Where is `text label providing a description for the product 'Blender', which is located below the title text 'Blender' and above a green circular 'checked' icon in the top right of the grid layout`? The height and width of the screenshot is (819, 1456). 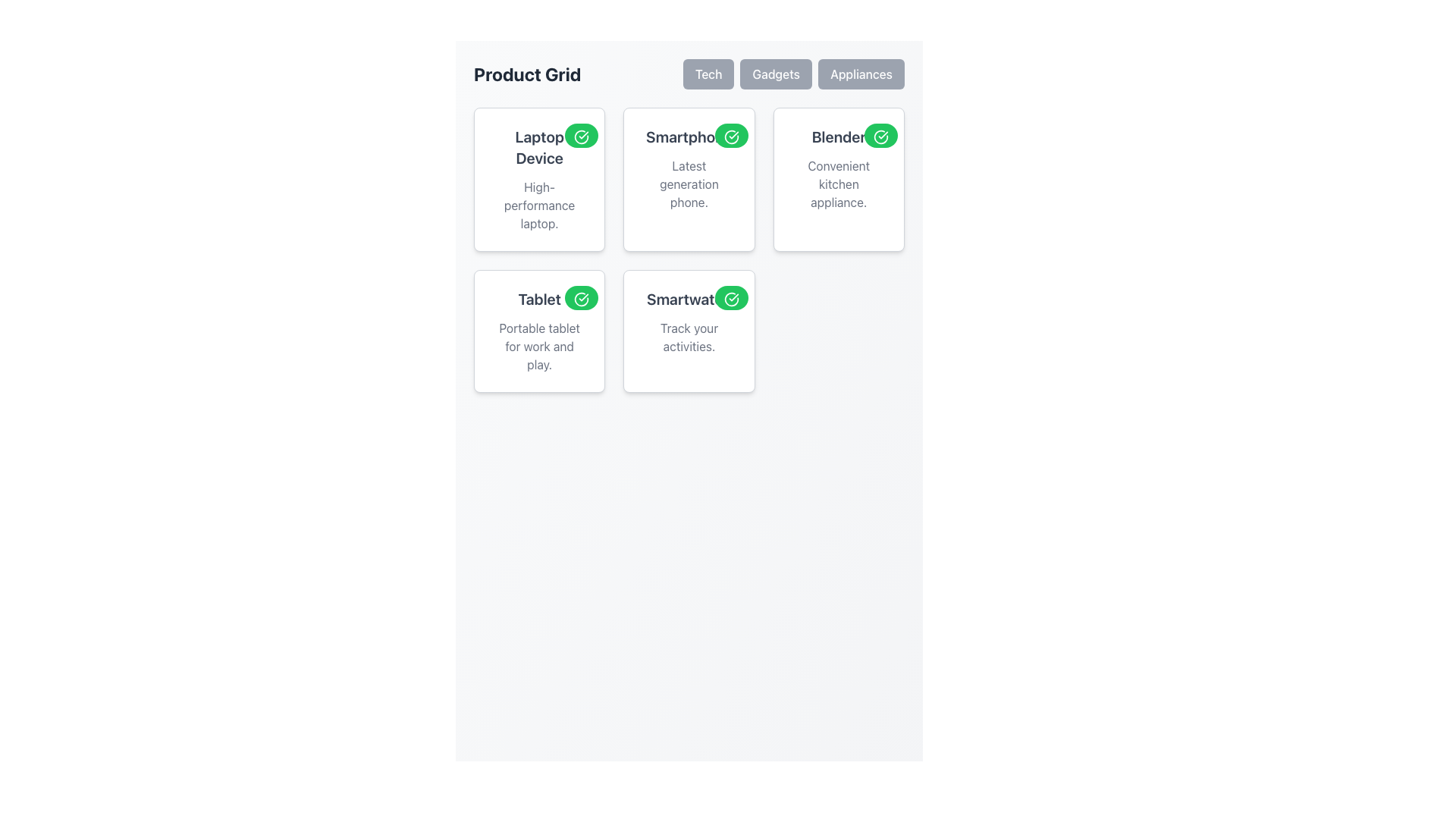 text label providing a description for the product 'Blender', which is located below the title text 'Blender' and above a green circular 'checked' icon in the top right of the grid layout is located at coordinates (838, 184).